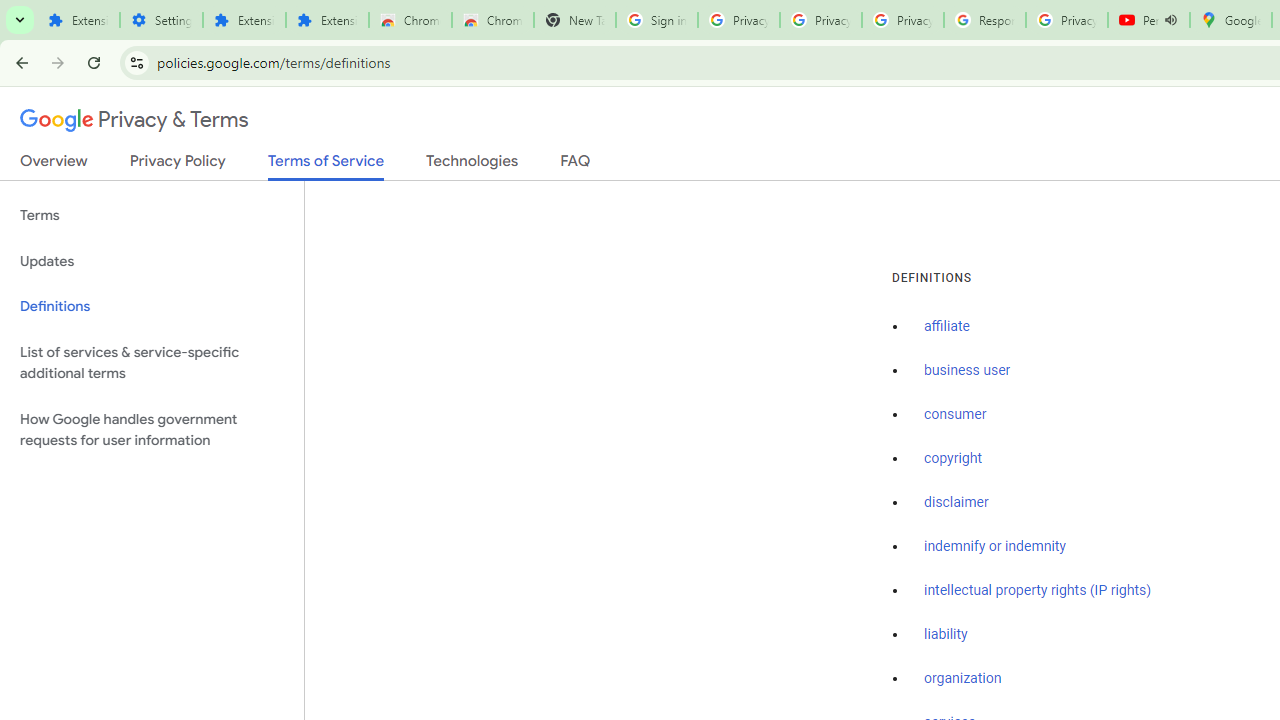 The width and height of the screenshot is (1280, 720). I want to click on 'Mute tab', so click(1171, 20).